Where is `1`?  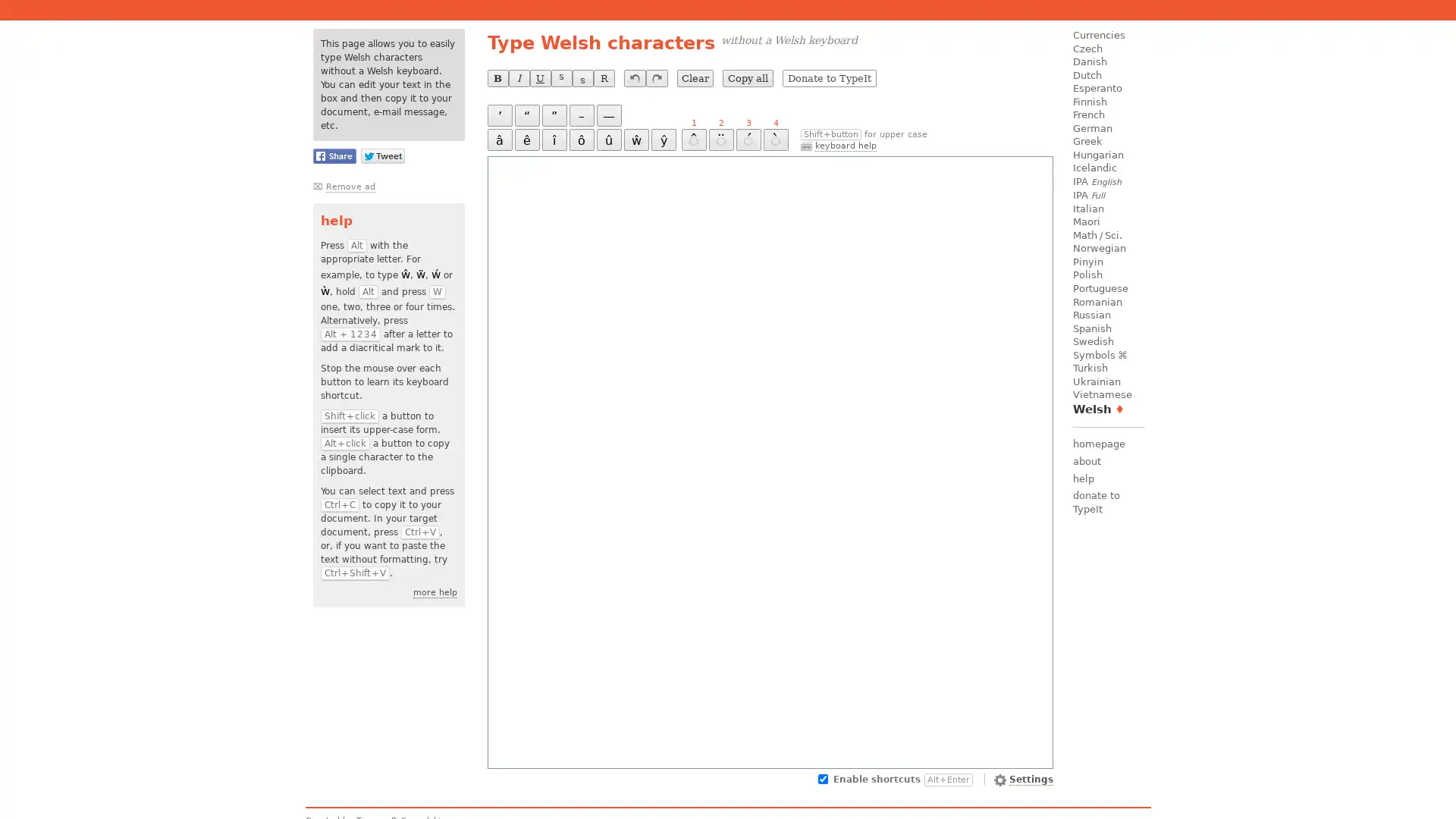
1 is located at coordinates (692, 140).